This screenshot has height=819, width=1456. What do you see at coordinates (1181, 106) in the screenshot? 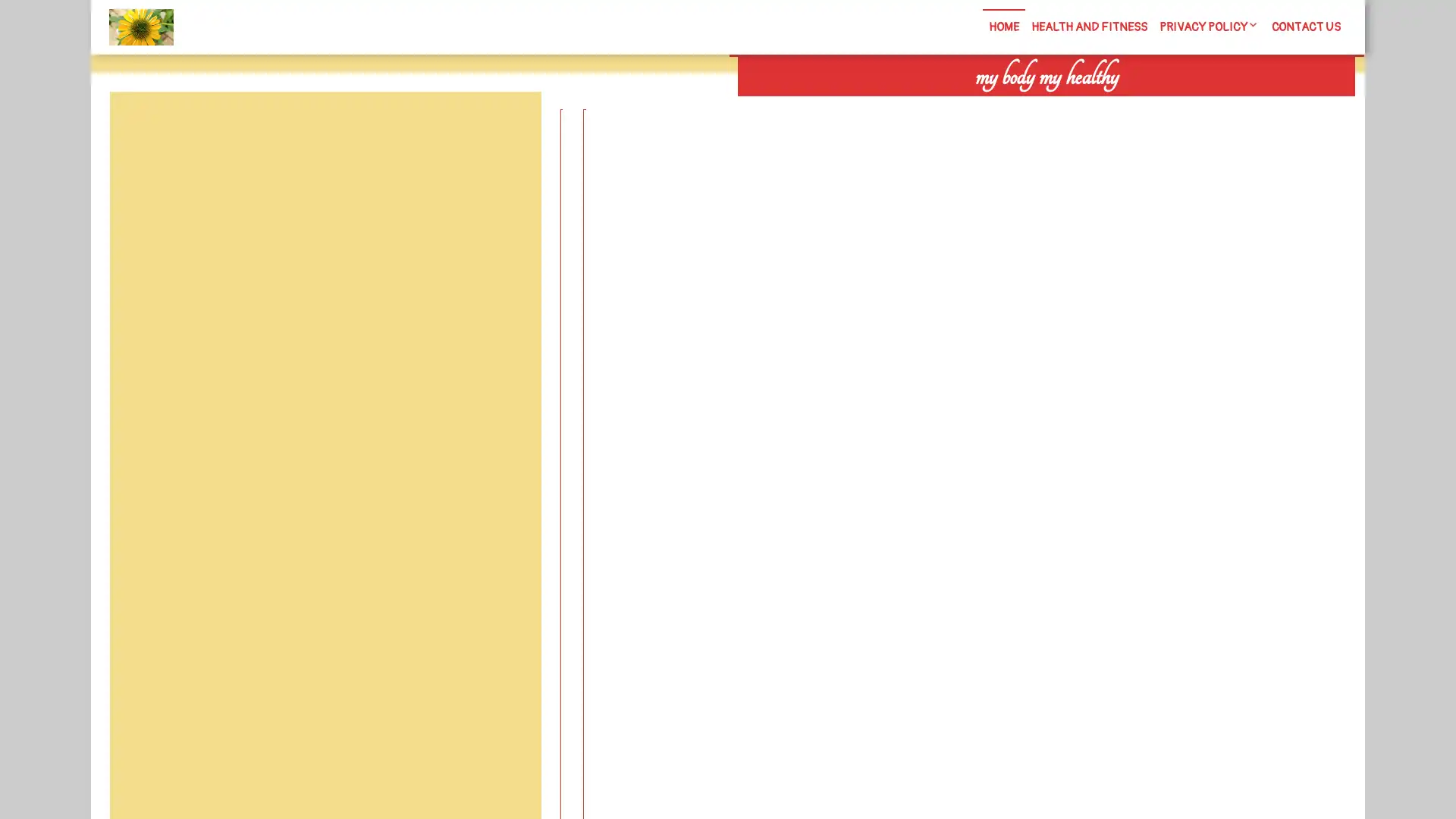
I see `Search` at bounding box center [1181, 106].